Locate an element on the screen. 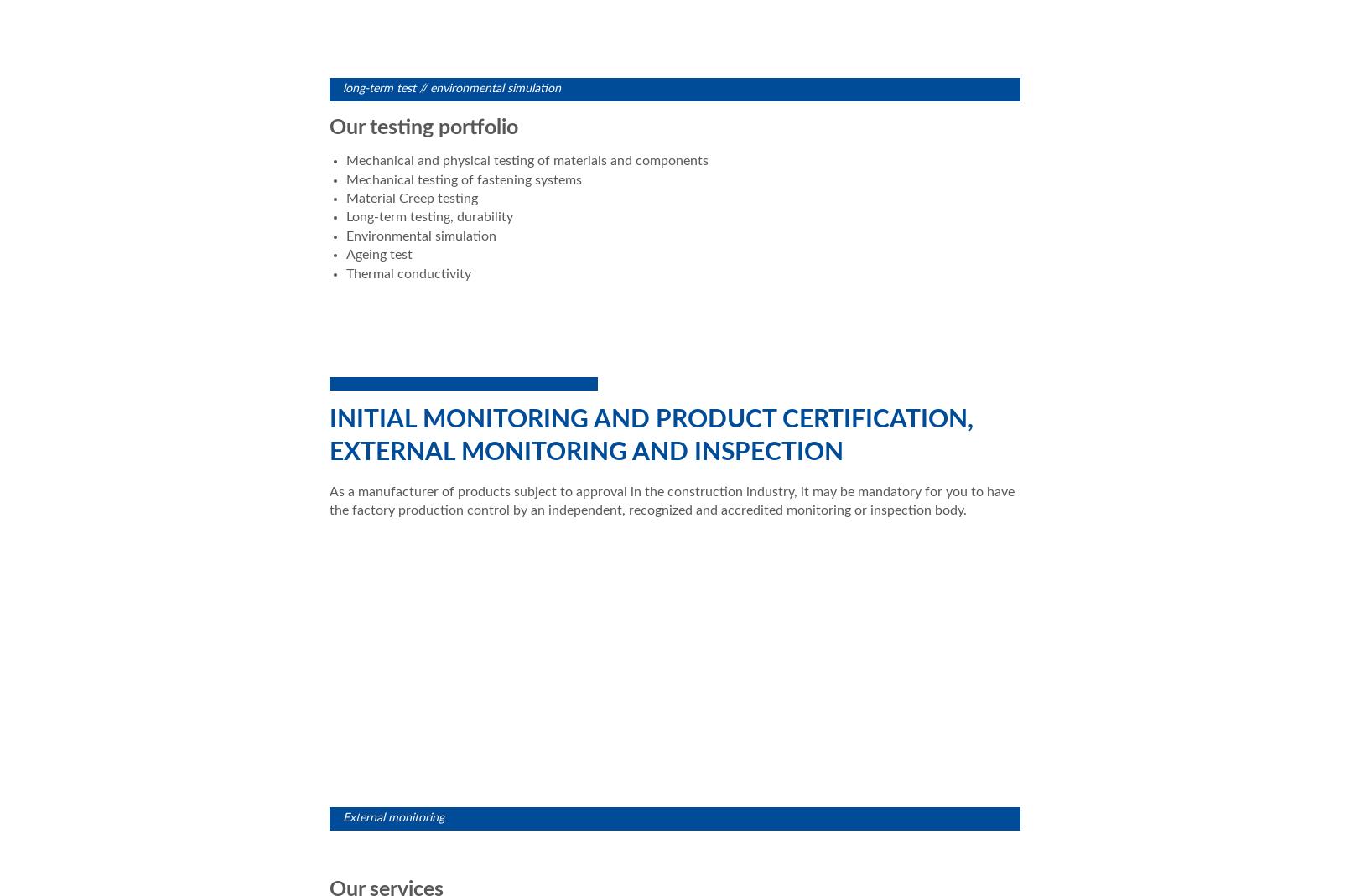 The width and height of the screenshot is (1350, 896). 'Our testing portfolio' is located at coordinates (426, 127).